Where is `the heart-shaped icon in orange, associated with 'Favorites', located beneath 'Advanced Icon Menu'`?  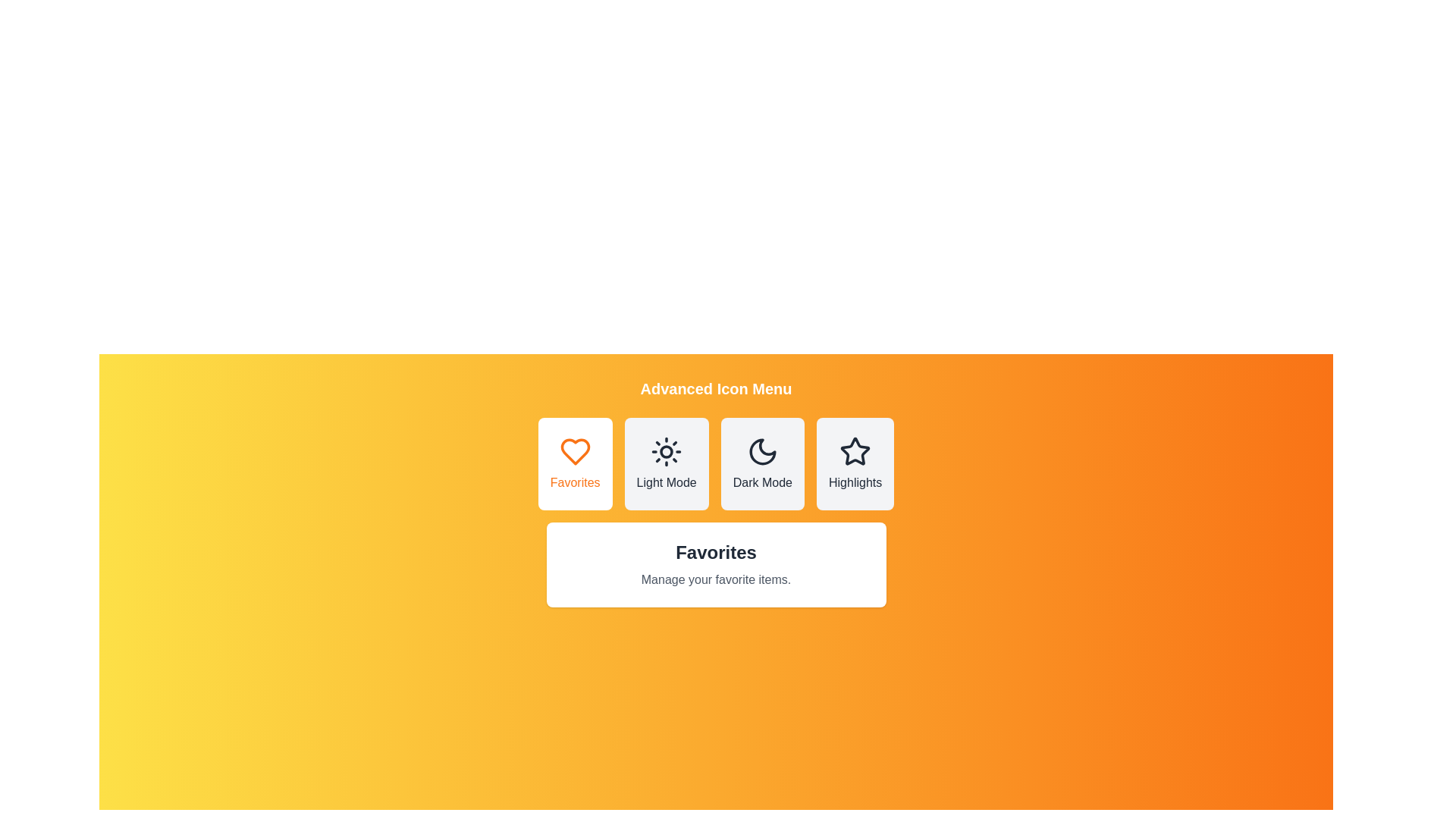
the heart-shaped icon in orange, associated with 'Favorites', located beneath 'Advanced Icon Menu' is located at coordinates (574, 451).